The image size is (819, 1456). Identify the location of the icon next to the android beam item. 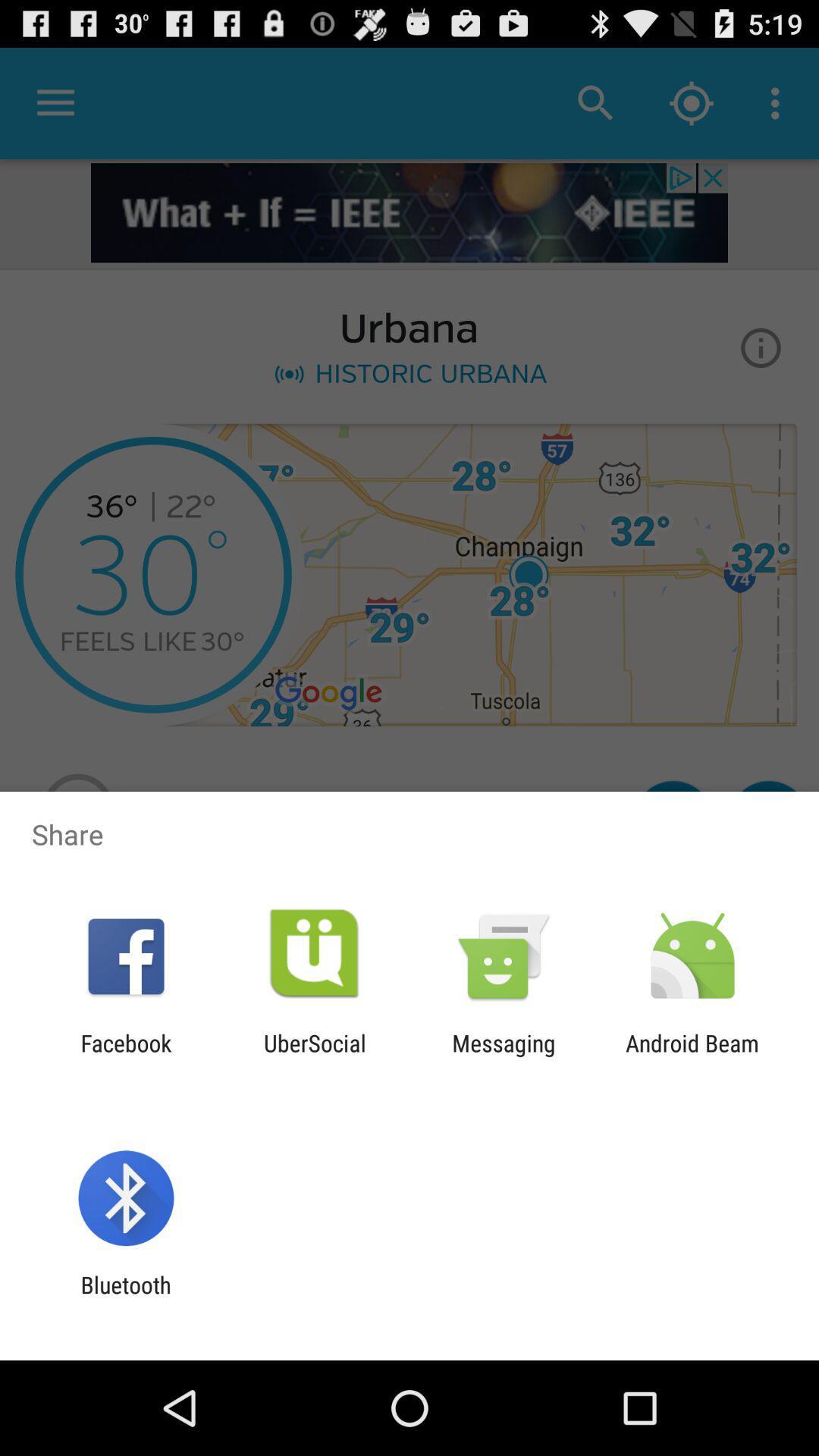
(504, 1056).